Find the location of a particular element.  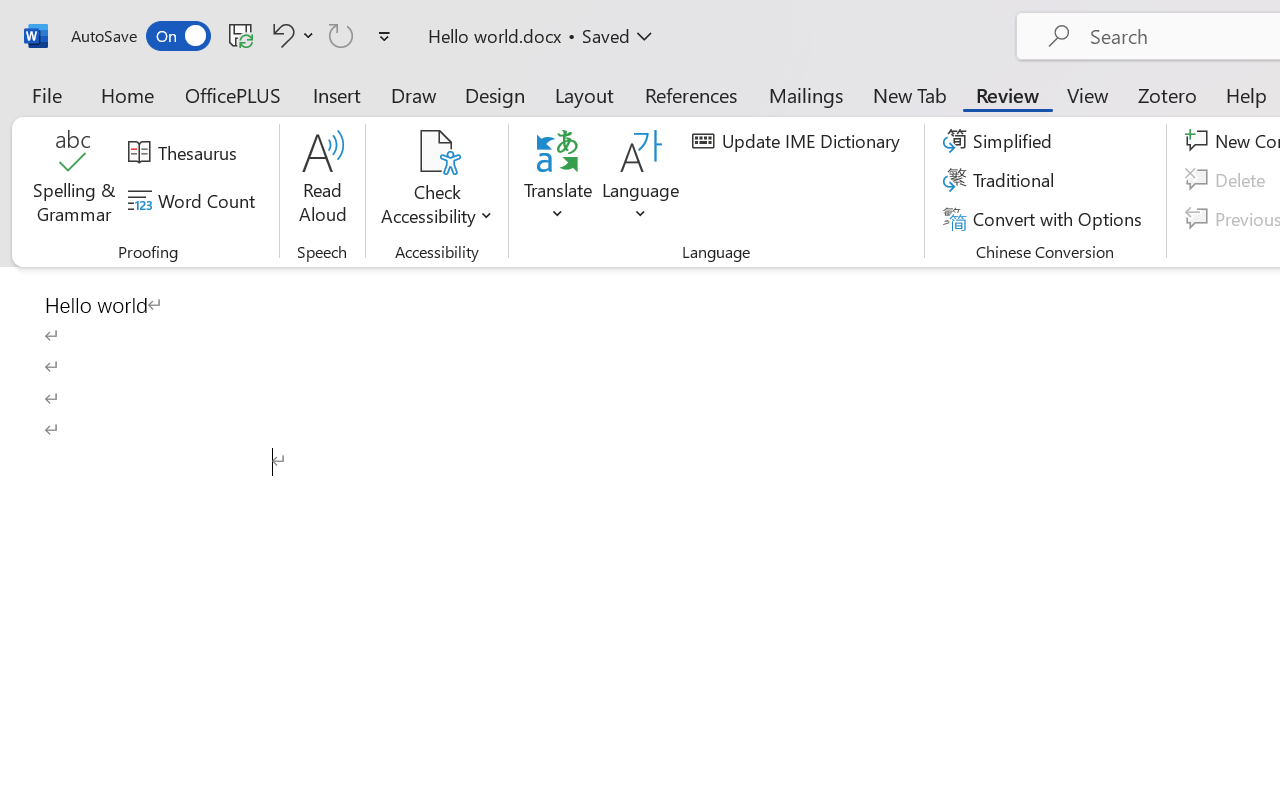

'Design' is located at coordinates (495, 94).